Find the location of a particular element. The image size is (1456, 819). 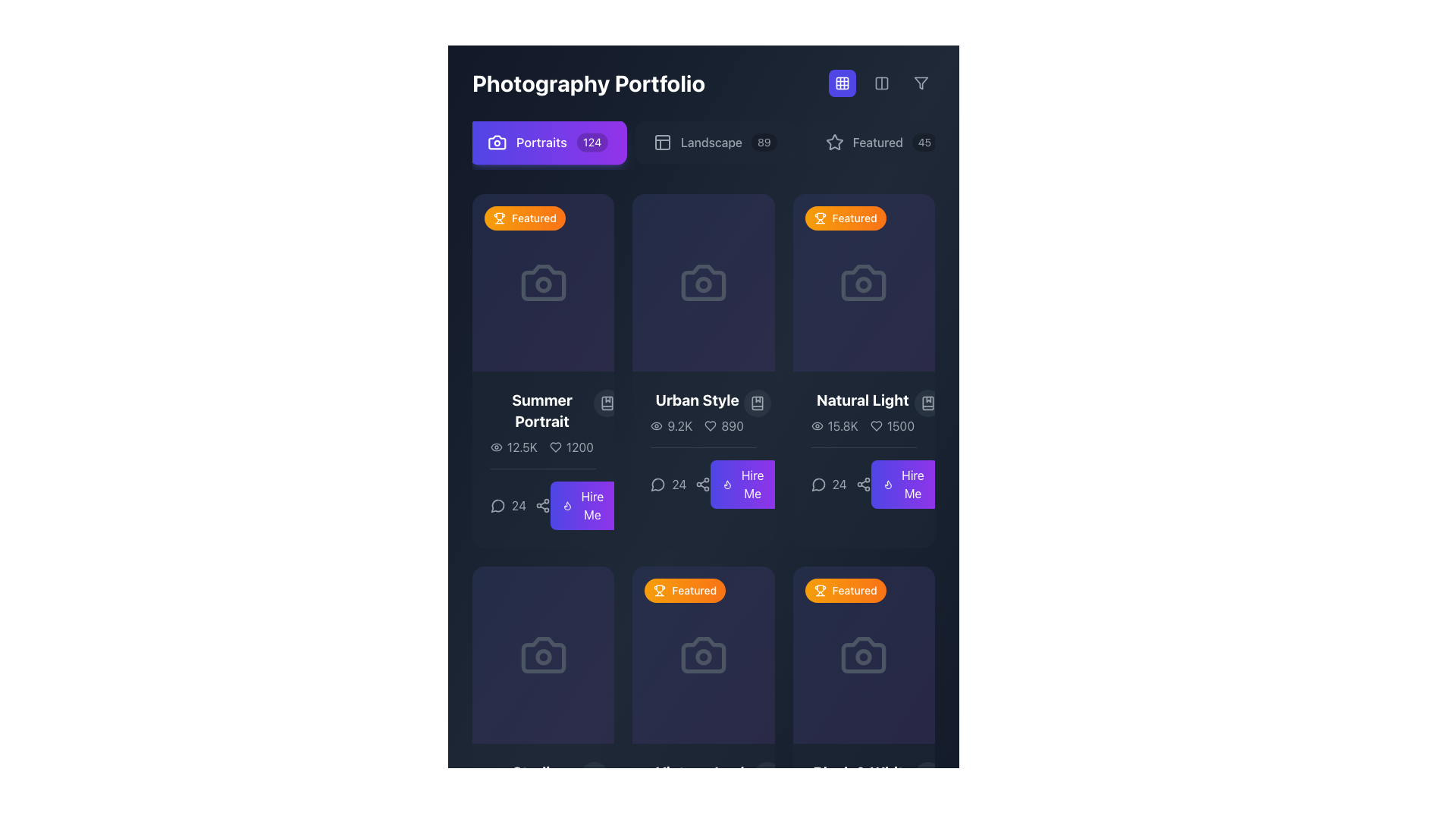

the trophy-like vector graphic icon filled with solid orange color, located in the upper-left corner of the 'Featured' label on the content card is located at coordinates (499, 216).